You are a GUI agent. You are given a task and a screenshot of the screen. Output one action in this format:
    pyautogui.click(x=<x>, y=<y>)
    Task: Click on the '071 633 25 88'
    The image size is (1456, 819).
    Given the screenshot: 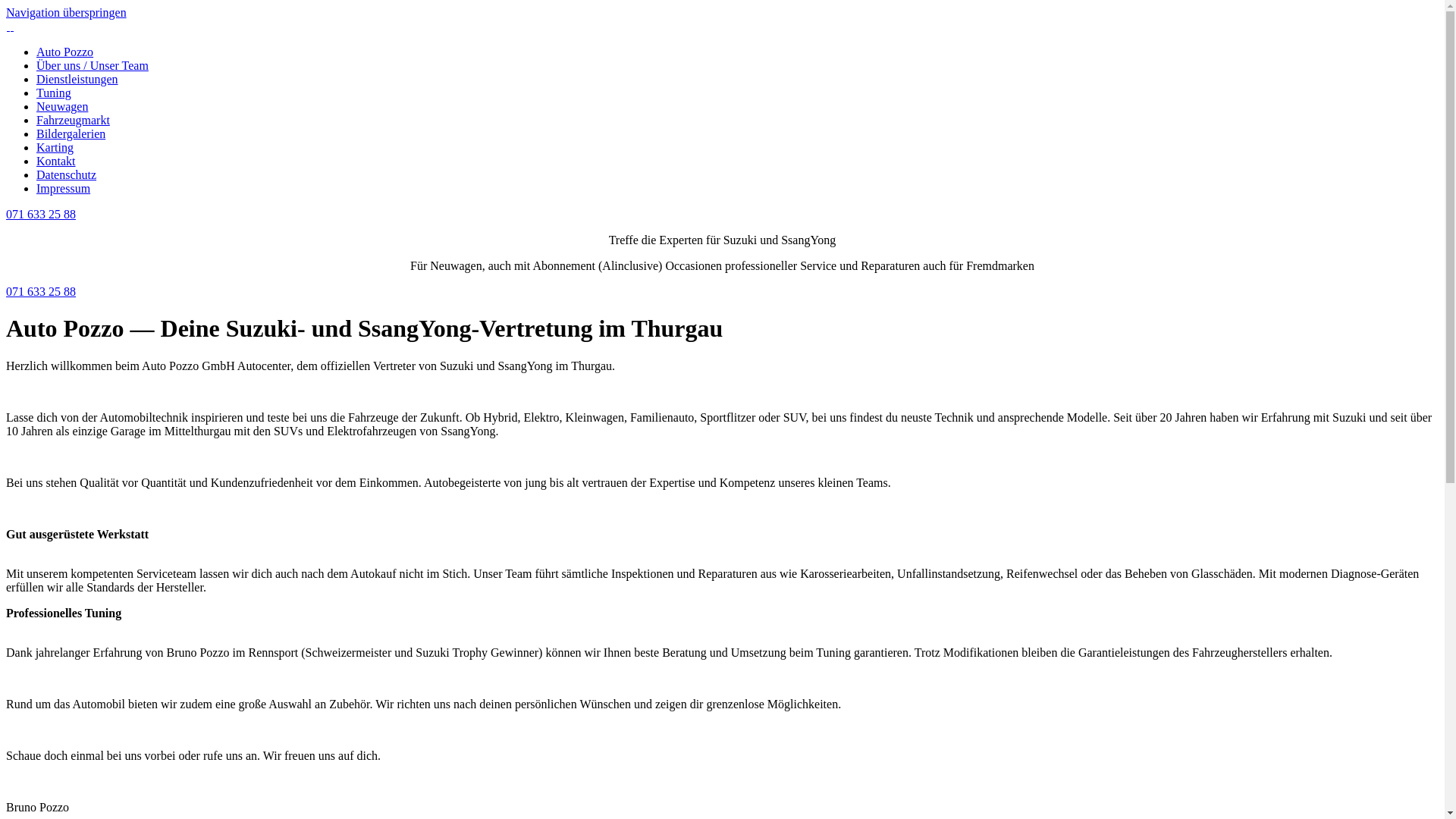 What is the action you would take?
    pyautogui.click(x=40, y=291)
    